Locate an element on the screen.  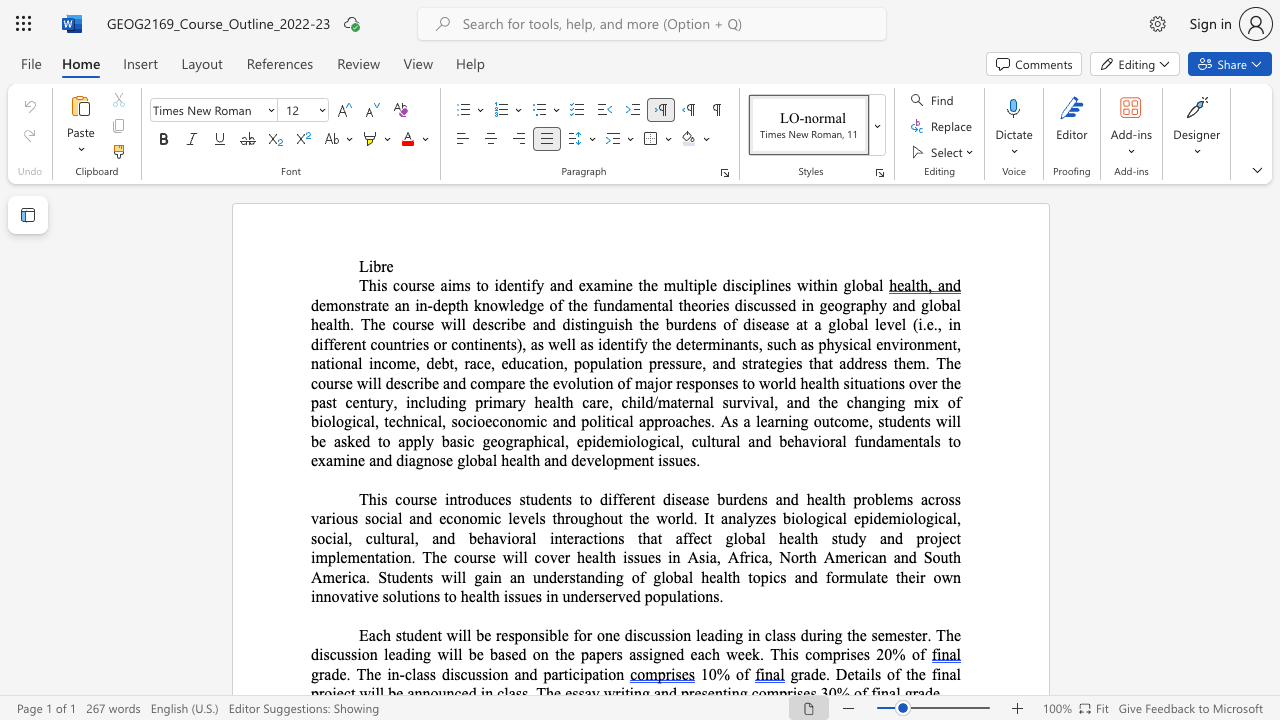
the 1th character "n" in the text is located at coordinates (758, 440).